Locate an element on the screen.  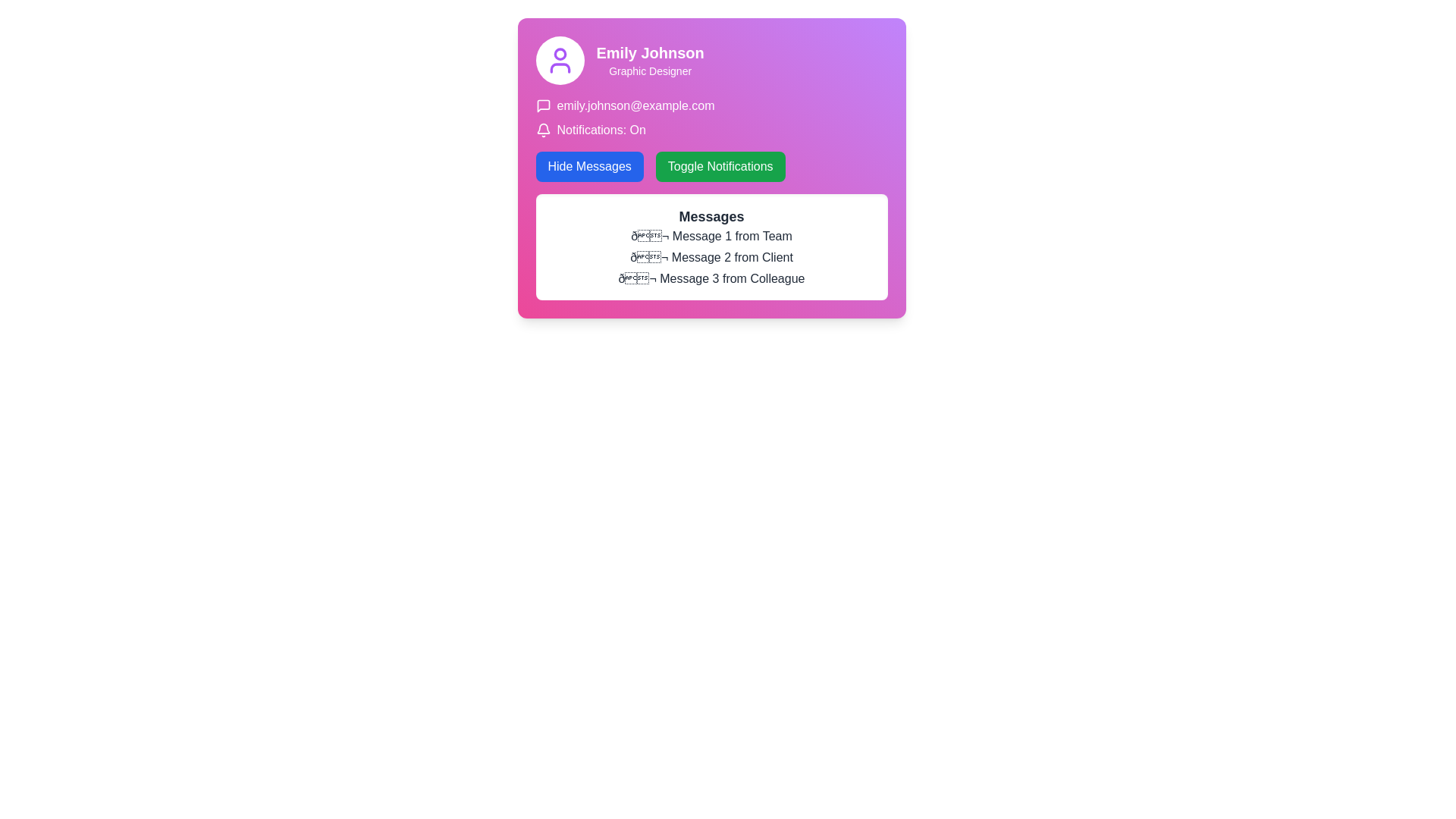
the user profile icon circle which represents the head of a generic user, located at the top left area of the card is located at coordinates (559, 53).